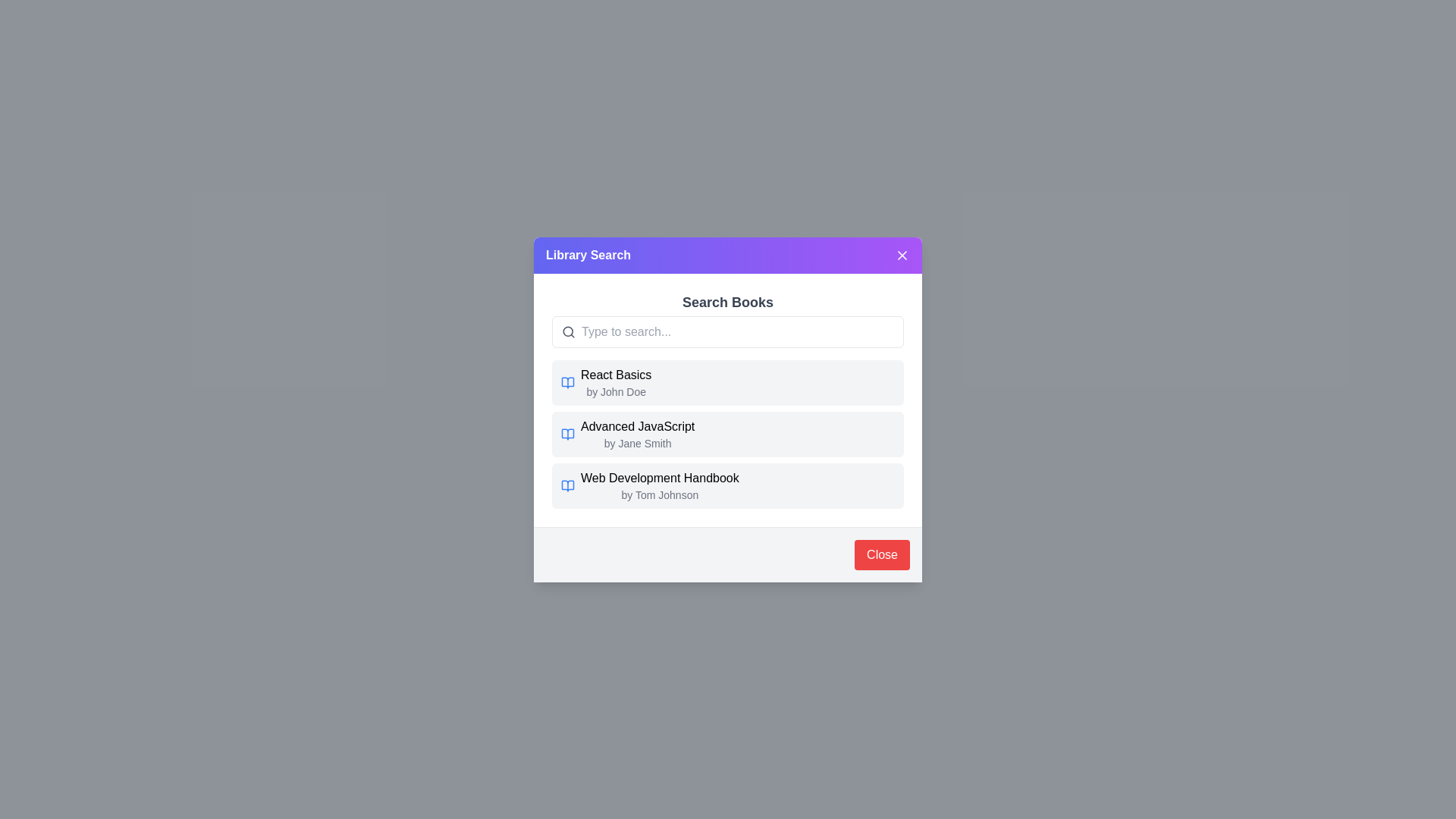 The width and height of the screenshot is (1456, 819). What do you see at coordinates (660, 478) in the screenshot?
I see `text displayed in the bold label 'Web Development Handbook' which is positioned centrally in the modal dialog above the line 'by Tom Johnson'` at bounding box center [660, 478].